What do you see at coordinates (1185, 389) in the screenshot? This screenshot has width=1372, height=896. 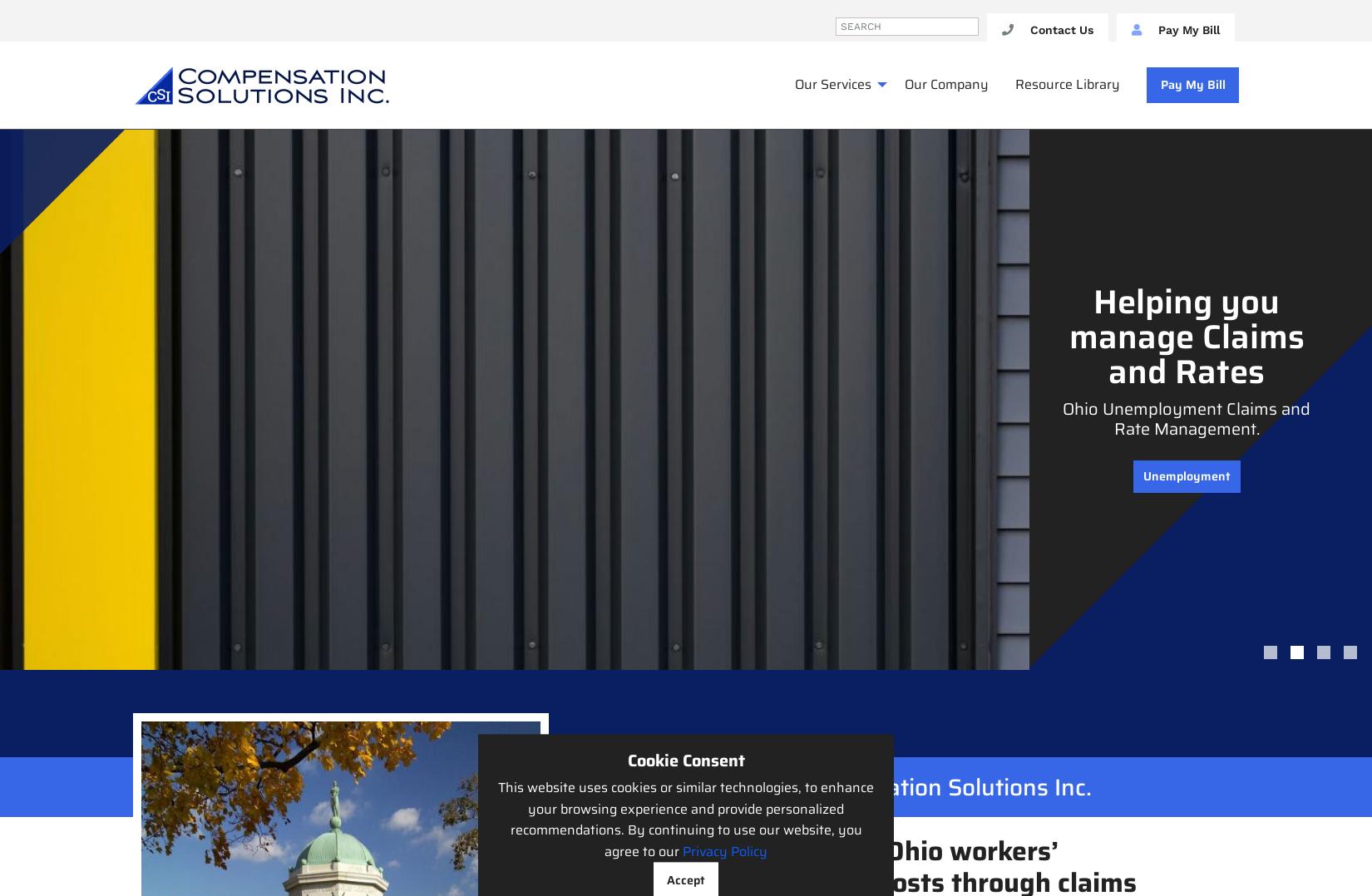 I see `'New Businesses Can Immediately Save 53%'` at bounding box center [1185, 389].